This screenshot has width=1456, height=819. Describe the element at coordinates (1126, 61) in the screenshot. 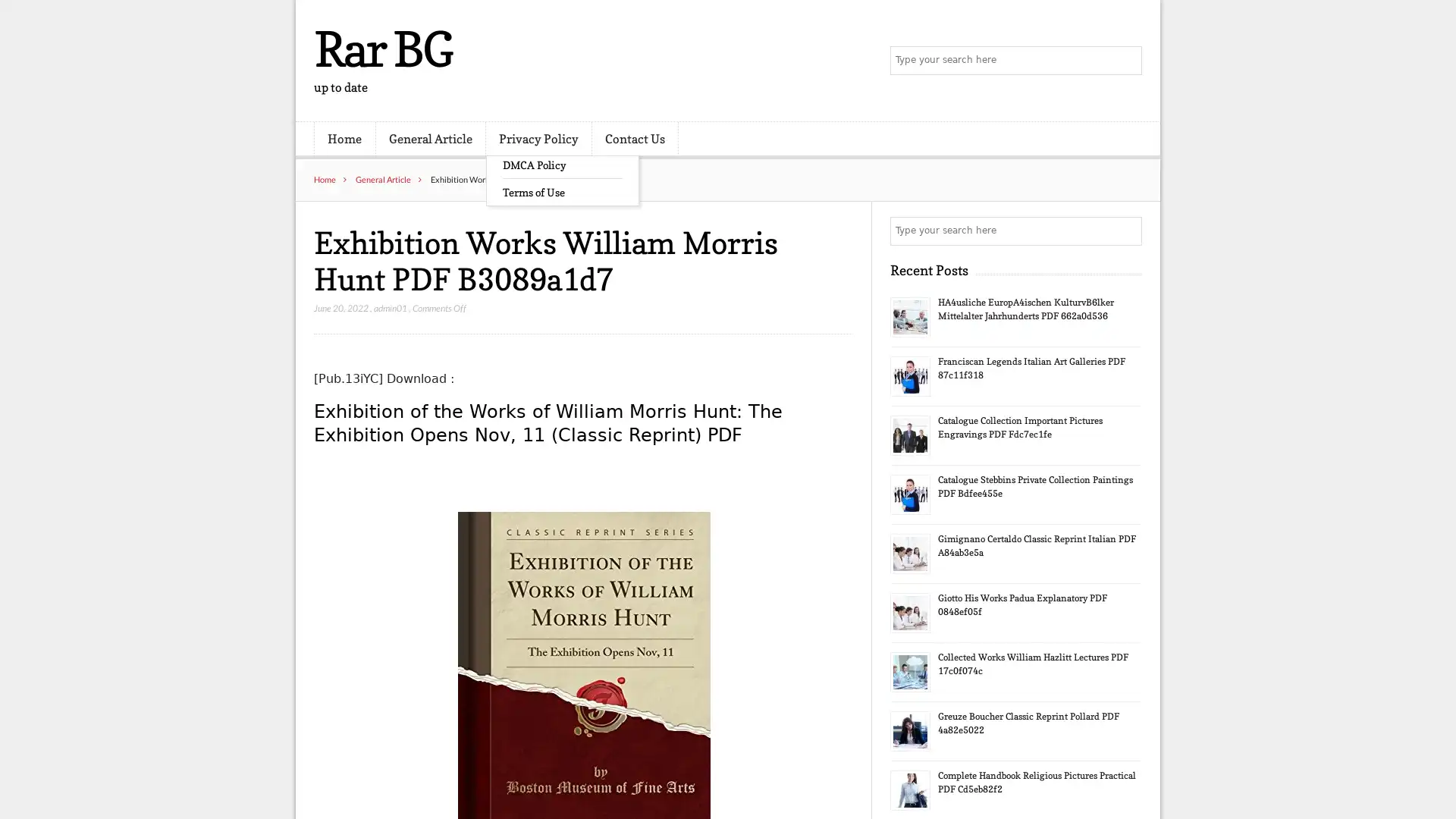

I see `Search` at that location.